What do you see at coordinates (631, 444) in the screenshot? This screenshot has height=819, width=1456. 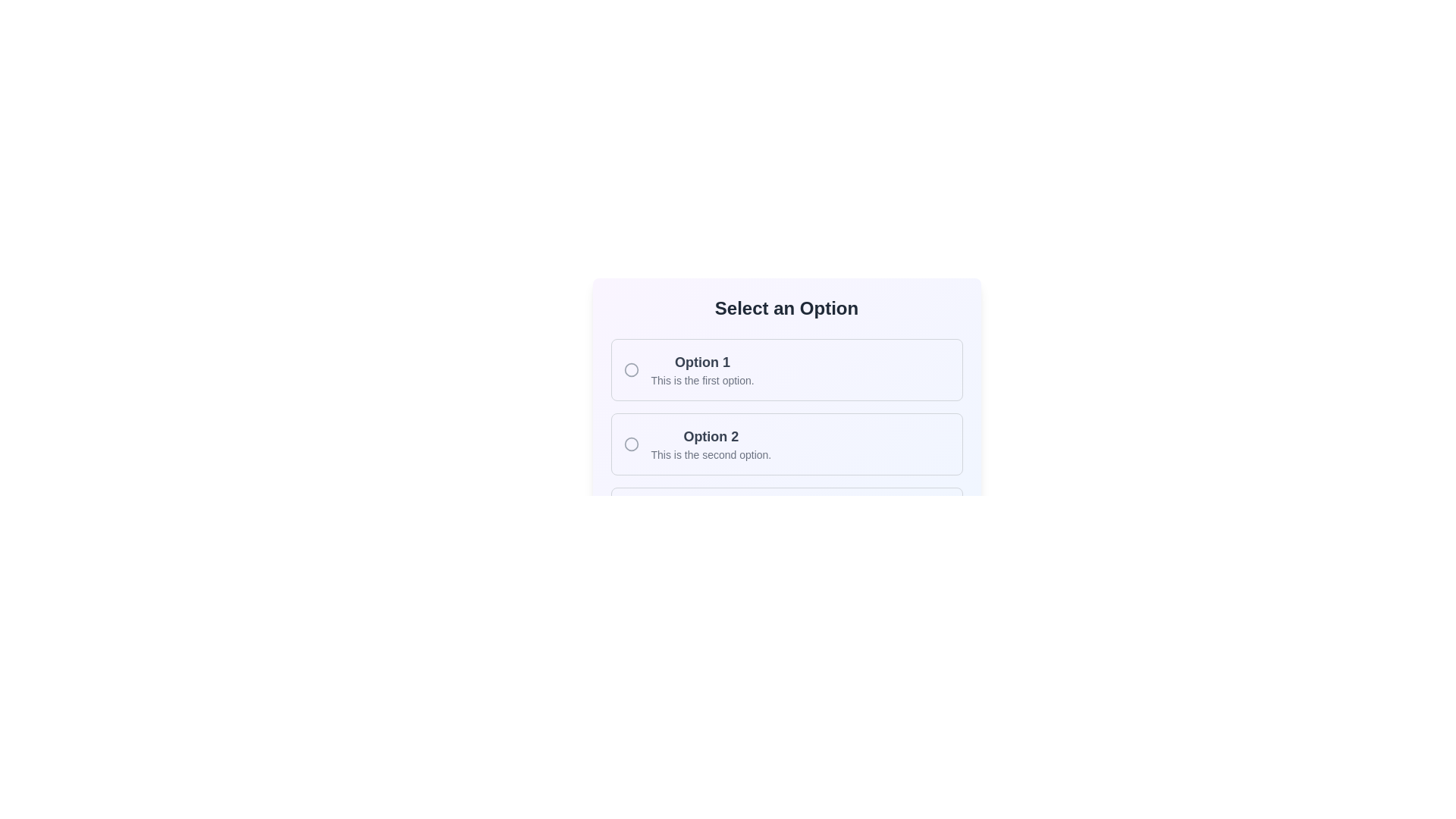 I see `the unselected radio button for 'Option 2'` at bounding box center [631, 444].